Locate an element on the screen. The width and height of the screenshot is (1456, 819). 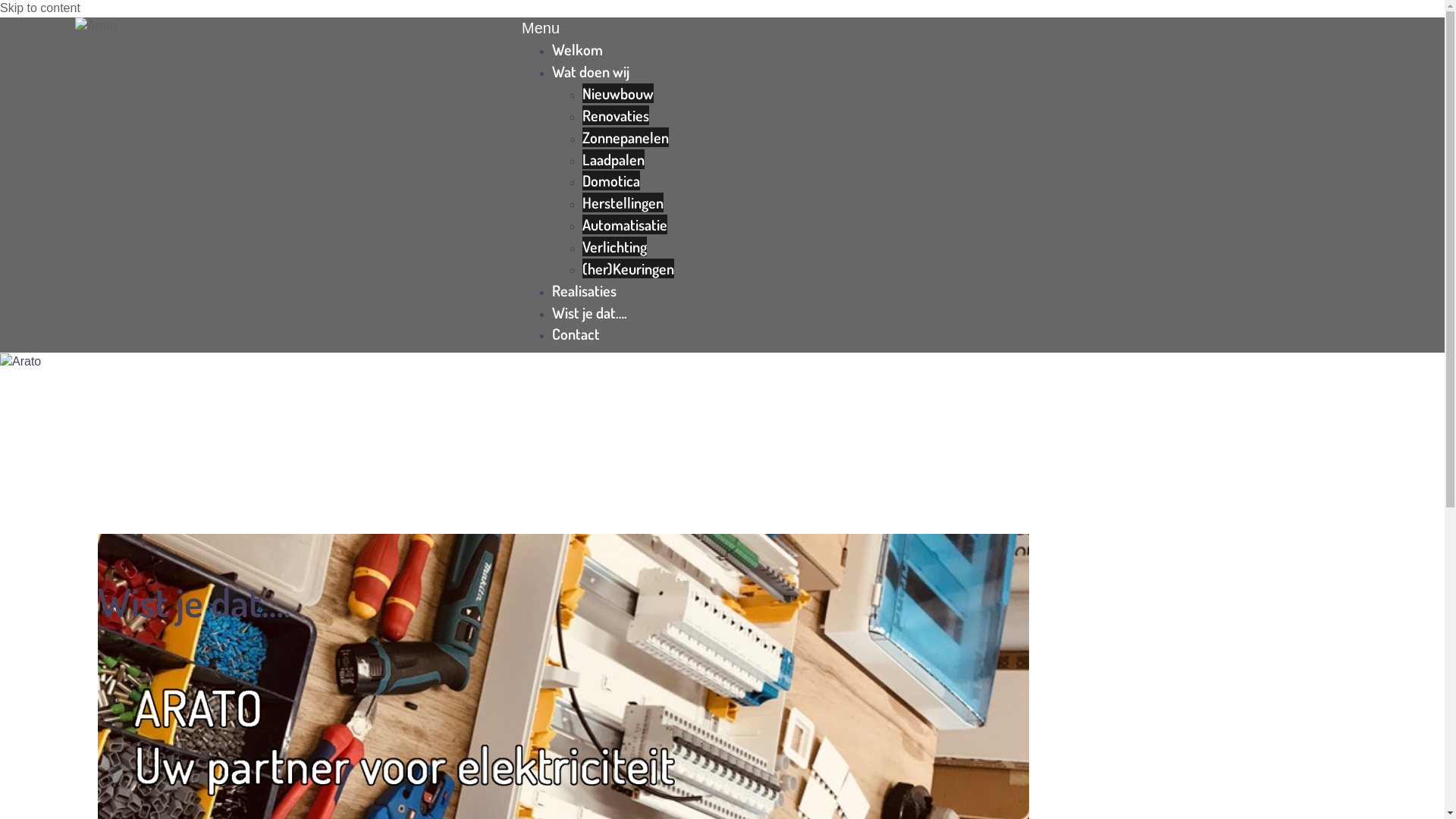
'Automatisatie' is located at coordinates (625, 224).